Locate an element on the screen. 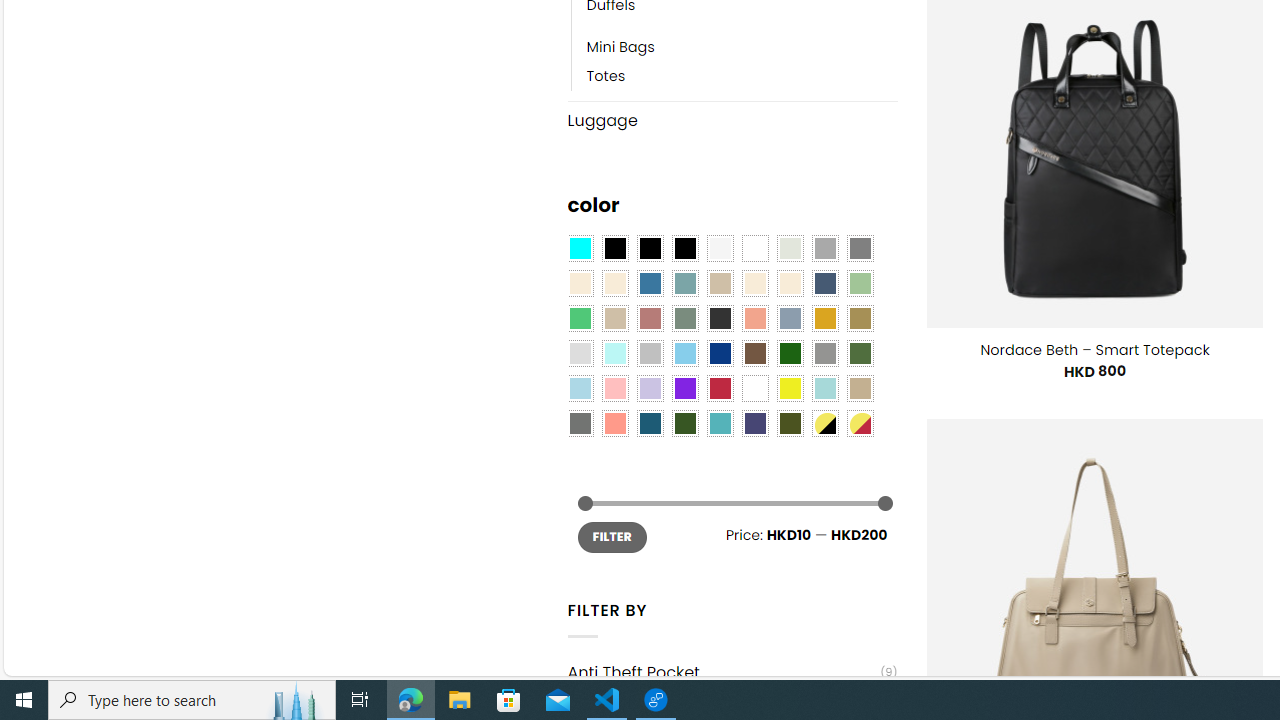 This screenshot has width=1280, height=720. 'Yellow-Black' is located at coordinates (824, 423).